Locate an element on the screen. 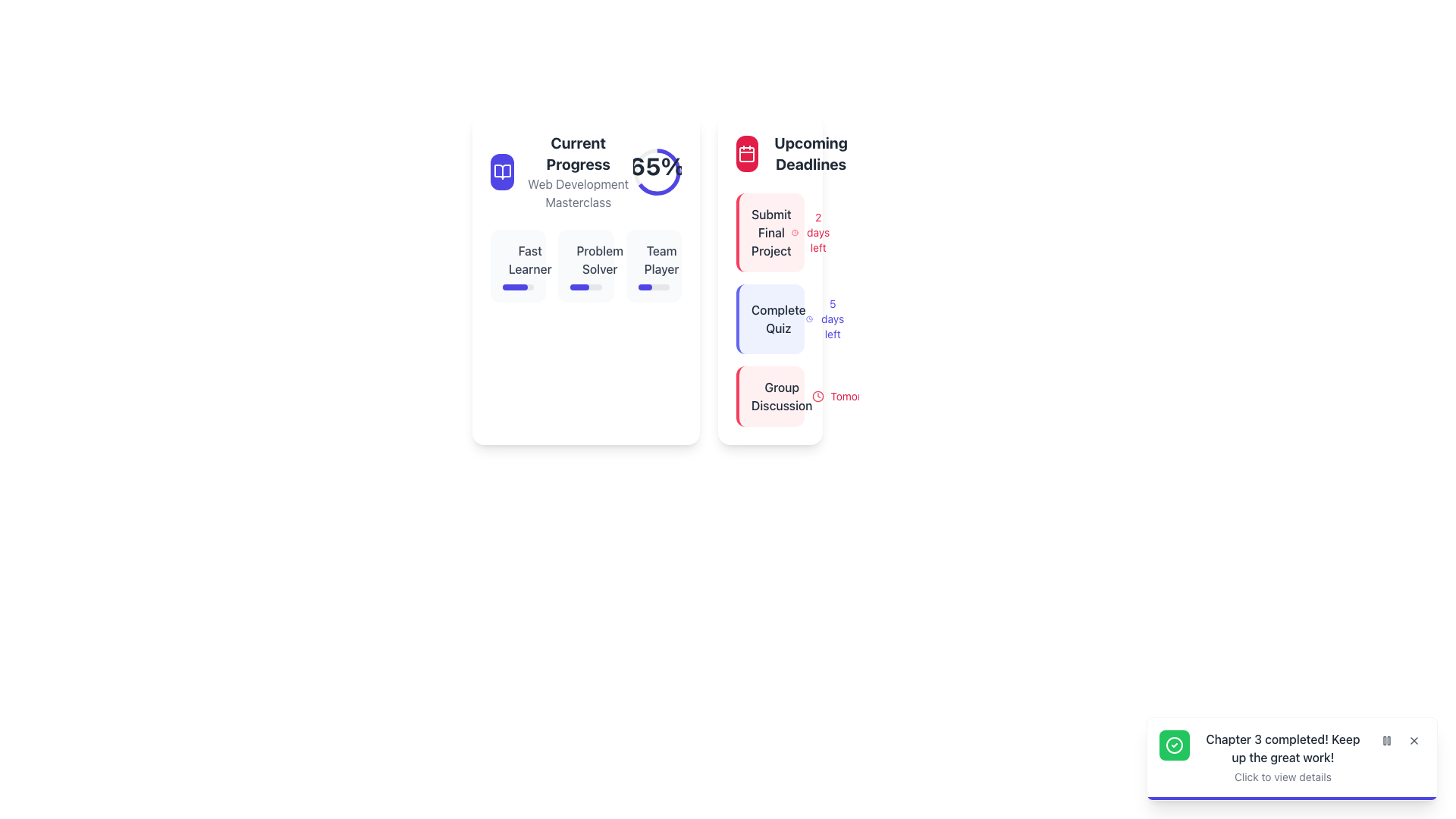 The height and width of the screenshot is (819, 1456). the red square-shaped background icon with rounded edges containing a white calendar graphic, located in the 'Upcoming Deadlines' section is located at coordinates (747, 154).